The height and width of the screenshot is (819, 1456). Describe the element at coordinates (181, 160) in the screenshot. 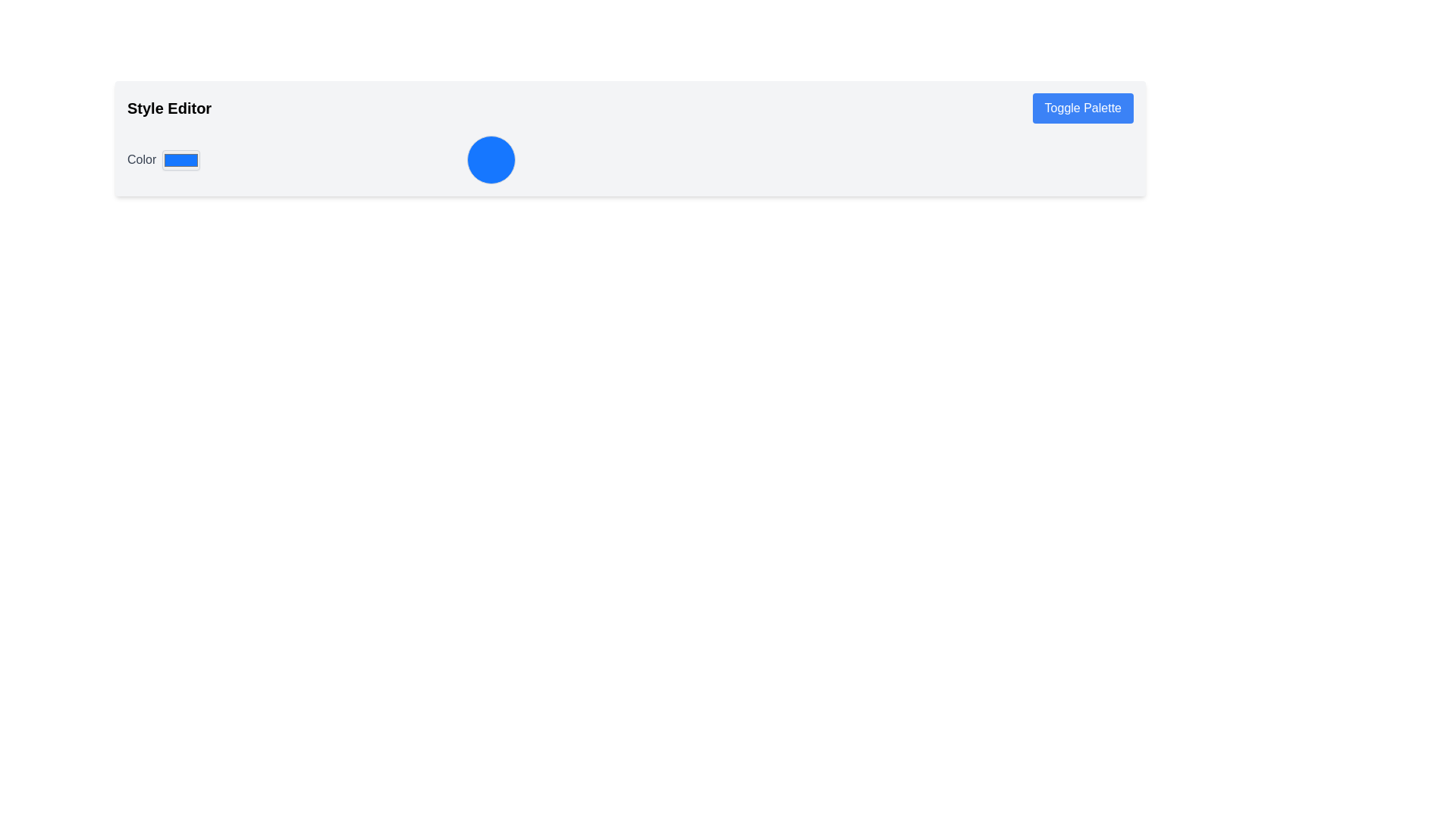

I see `the Color Picker Input element located next to the 'Color' label on the left side of the interface` at that location.